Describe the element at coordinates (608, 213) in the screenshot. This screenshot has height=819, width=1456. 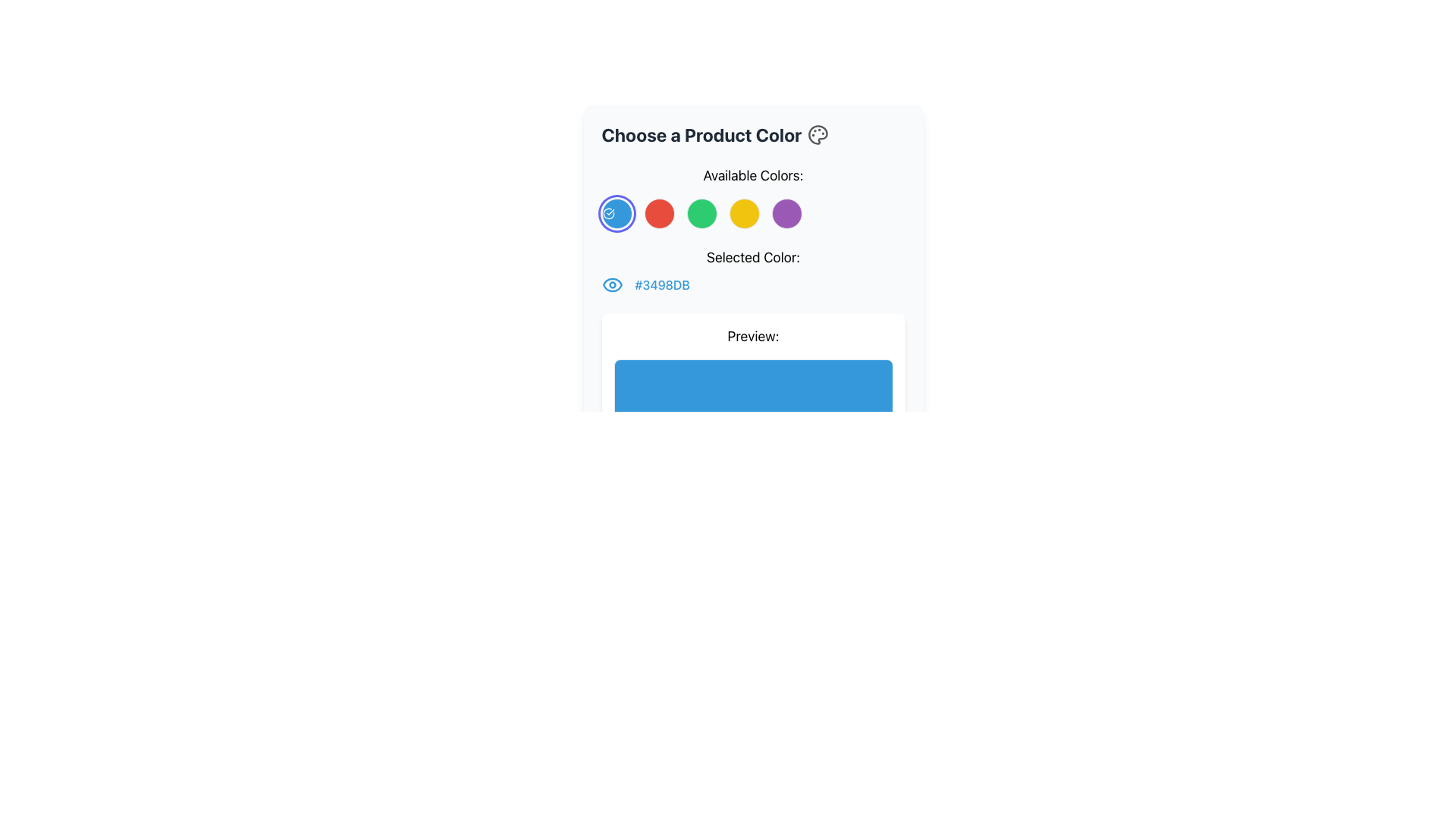
I see `the blue color icon, which is the first item in the row of colorful circular elements under the 'Available Colors:' heading` at that location.